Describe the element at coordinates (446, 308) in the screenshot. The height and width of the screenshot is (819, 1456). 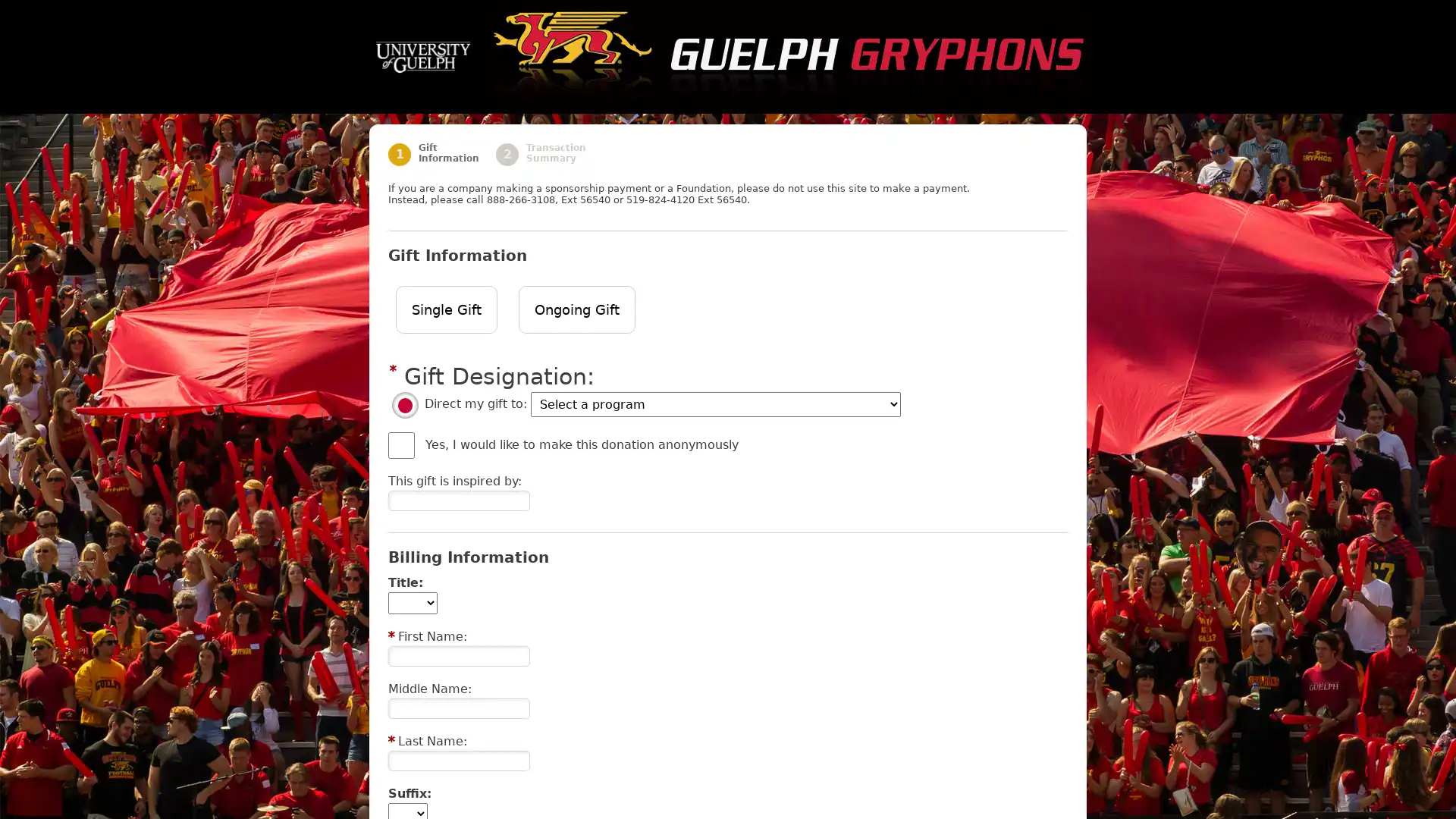
I see `Single Gift` at that location.